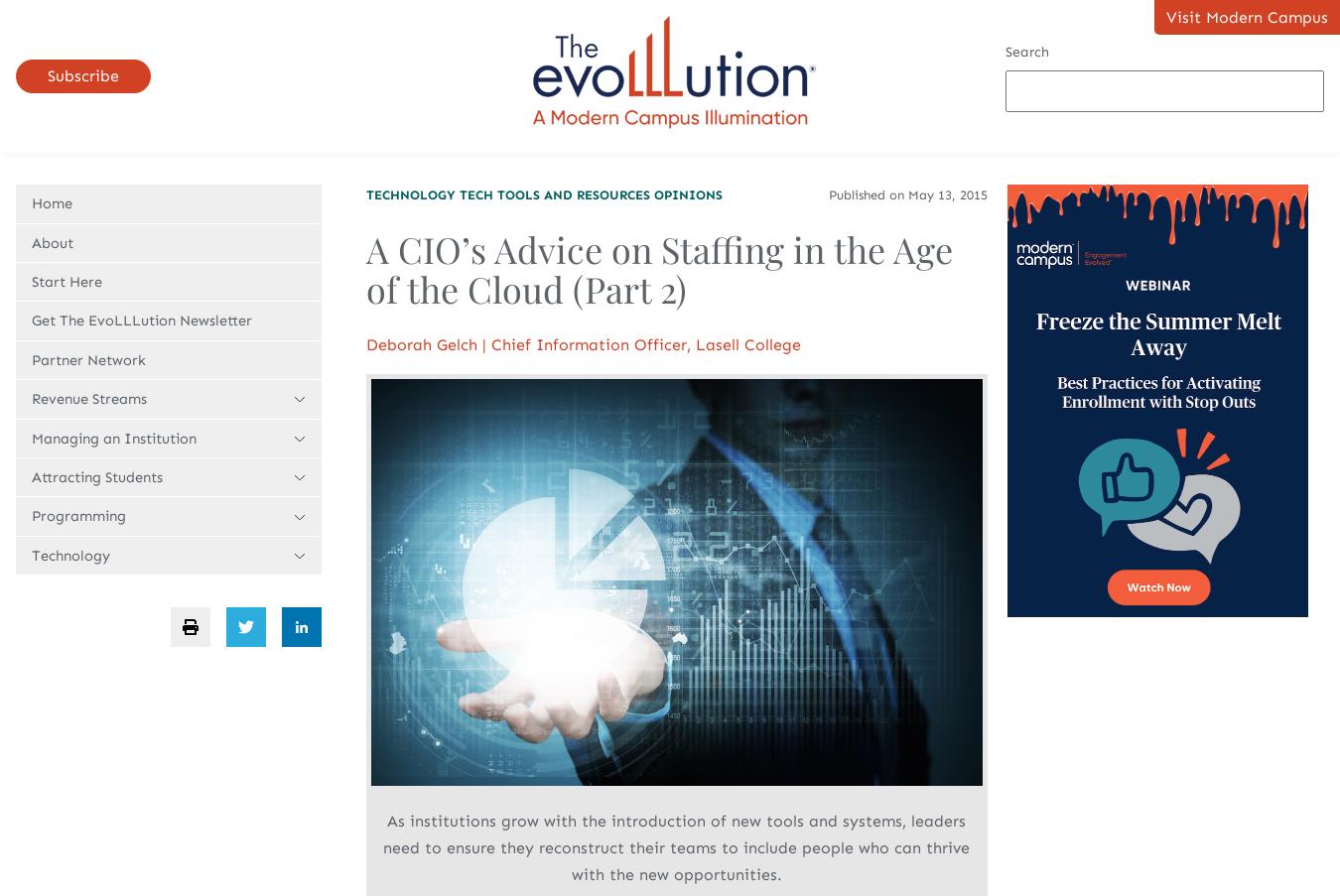 Image resolution: width=1340 pixels, height=896 pixels. I want to click on 'A CIO’s Advice on Staffing in the Age of the Cloud (Part 2)', so click(658, 267).